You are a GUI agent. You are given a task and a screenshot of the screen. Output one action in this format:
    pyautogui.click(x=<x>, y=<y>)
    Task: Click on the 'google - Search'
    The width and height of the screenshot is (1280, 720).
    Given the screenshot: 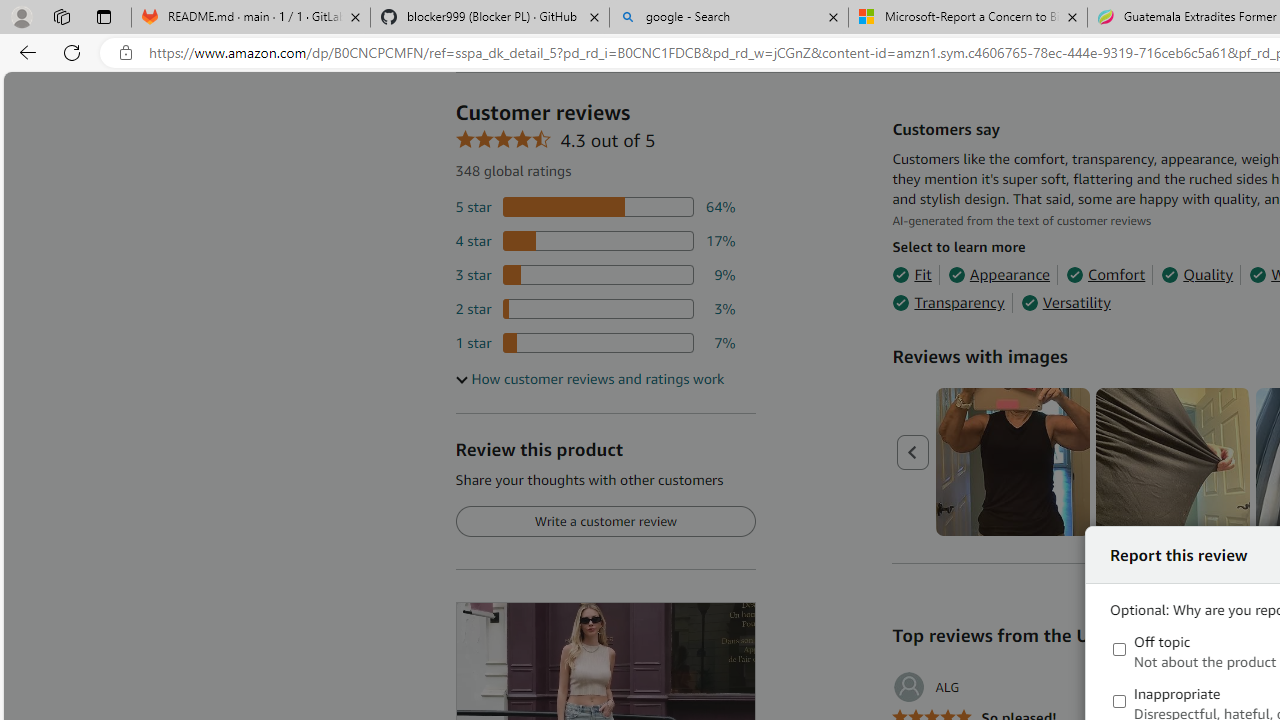 What is the action you would take?
    pyautogui.click(x=728, y=17)
    